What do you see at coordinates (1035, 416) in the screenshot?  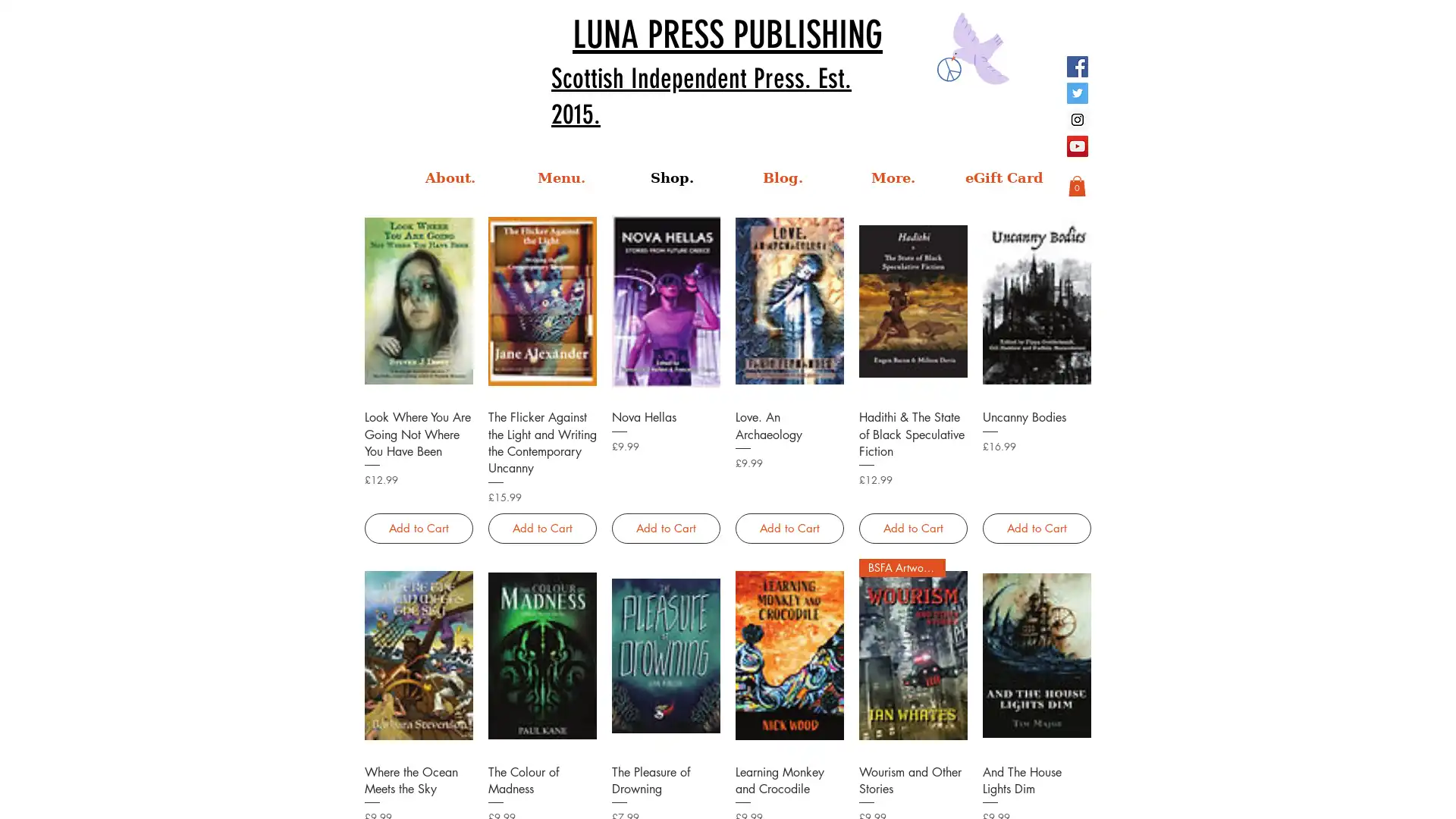 I see `Quick View` at bounding box center [1035, 416].